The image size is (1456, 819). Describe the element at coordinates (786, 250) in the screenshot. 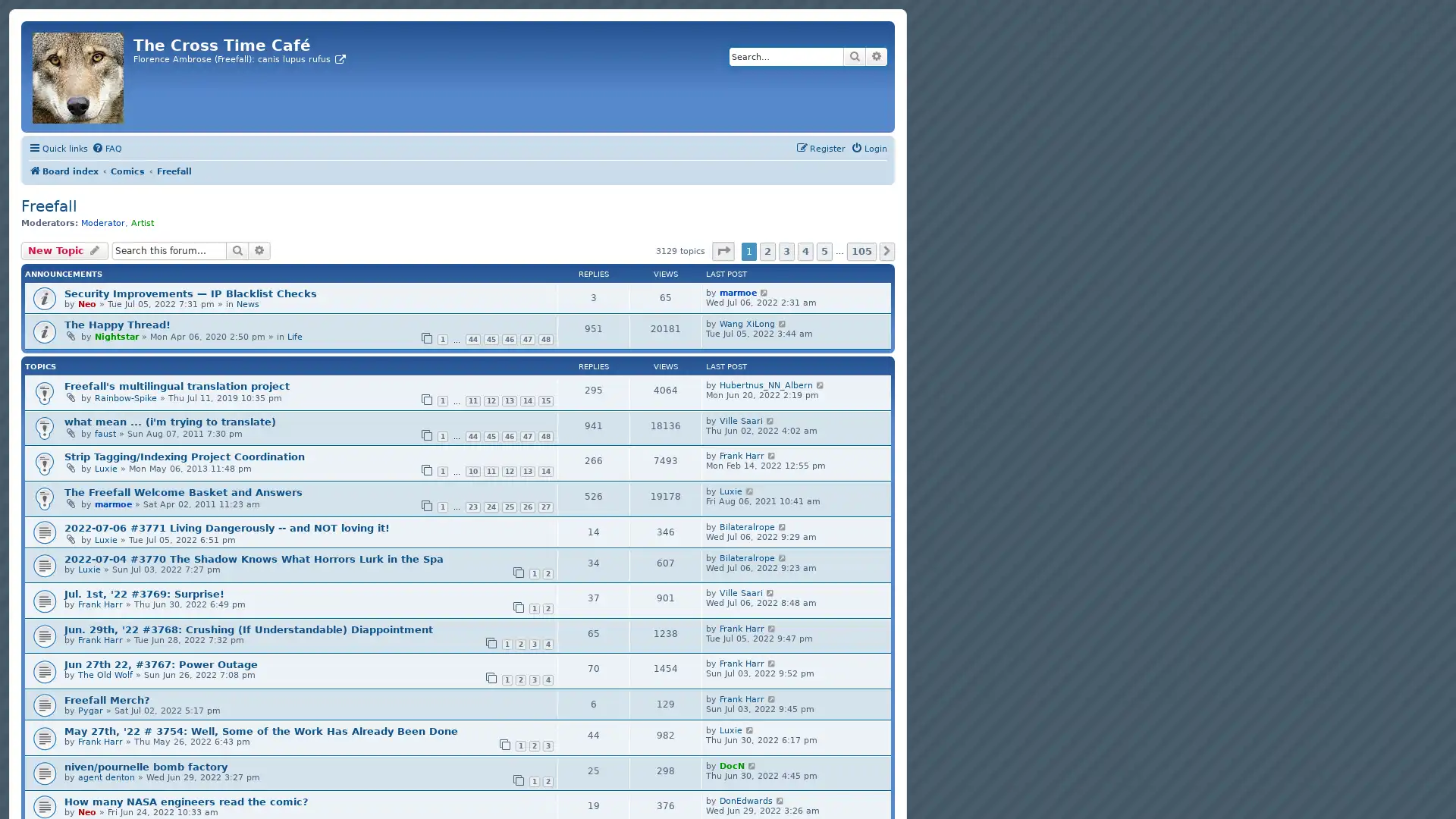

I see `3` at that location.